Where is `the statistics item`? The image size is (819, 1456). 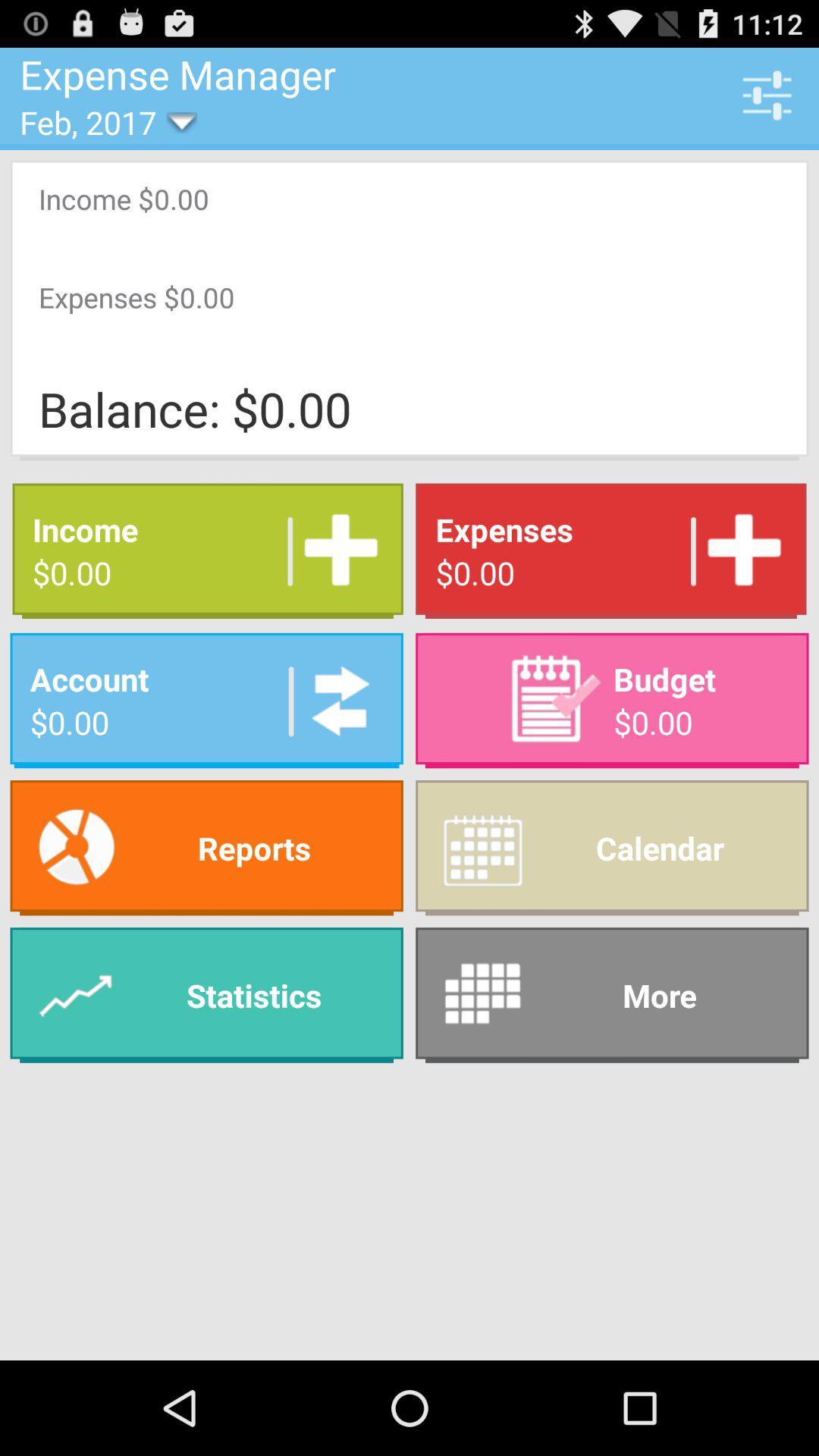 the statistics item is located at coordinates (206, 995).